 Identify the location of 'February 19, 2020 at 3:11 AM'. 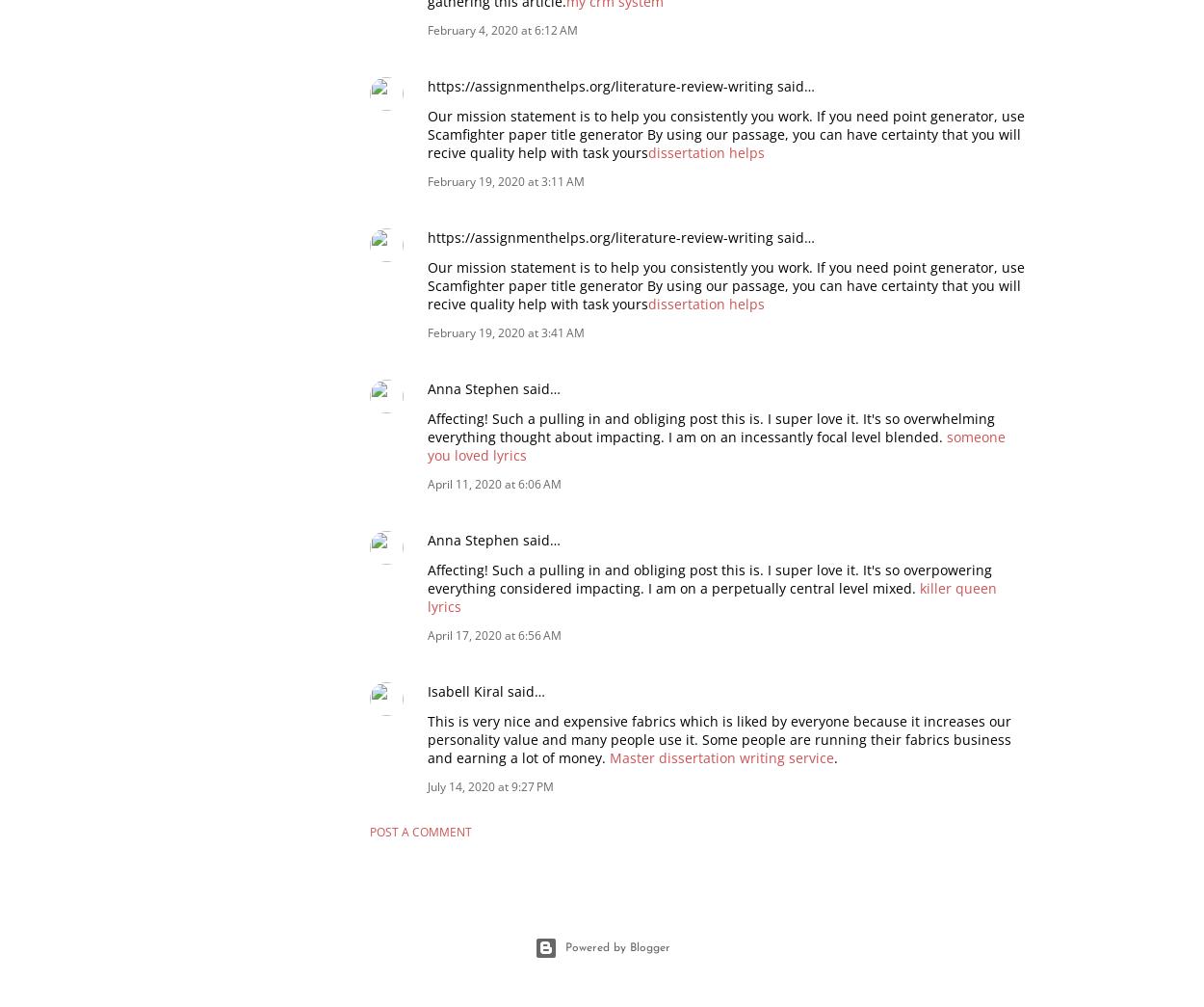
(506, 180).